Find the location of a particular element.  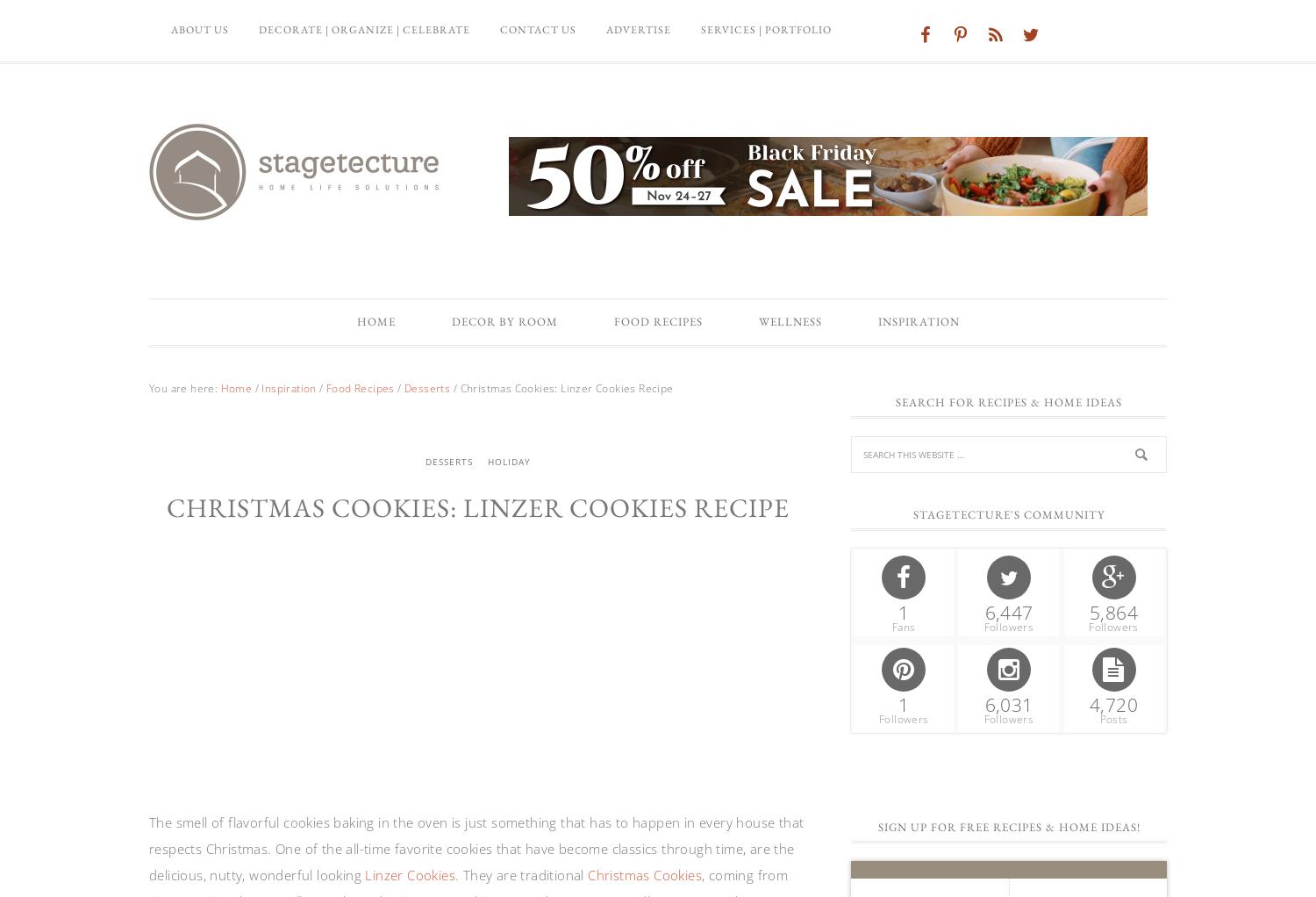

'Wellness' is located at coordinates (790, 320).